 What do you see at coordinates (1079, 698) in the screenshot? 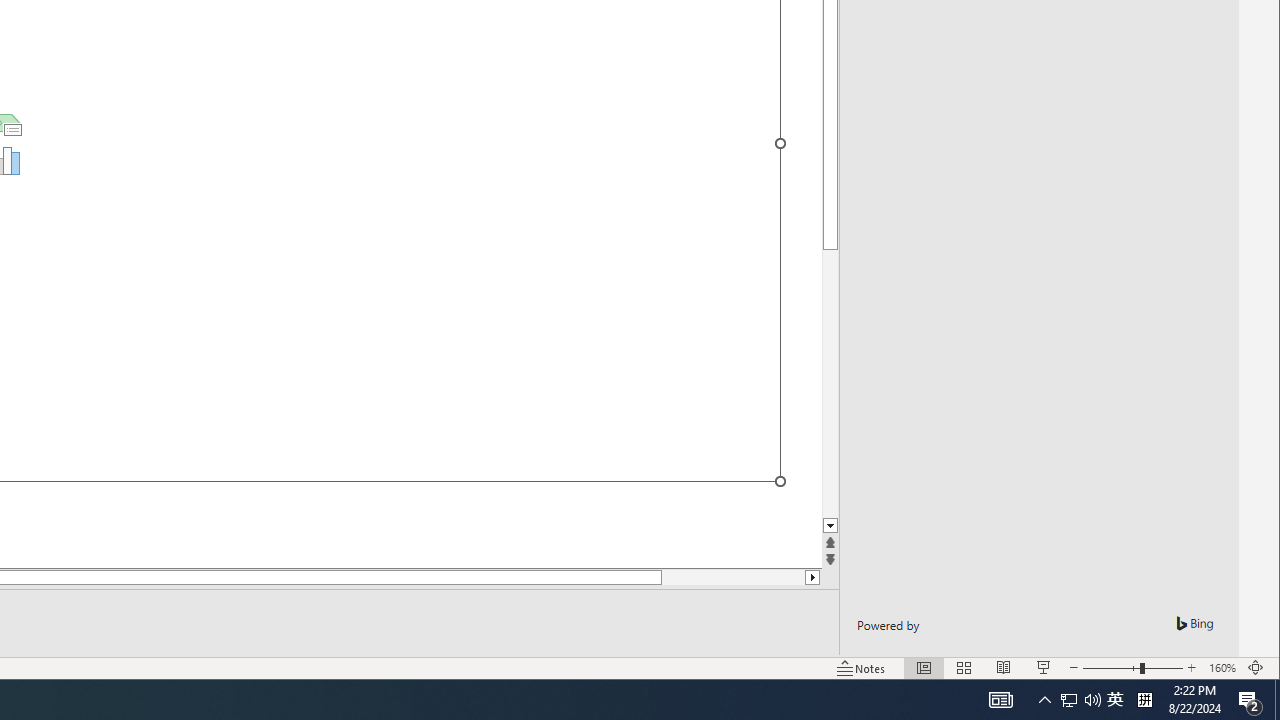
I see `'User Promoted Notification Area'` at bounding box center [1079, 698].